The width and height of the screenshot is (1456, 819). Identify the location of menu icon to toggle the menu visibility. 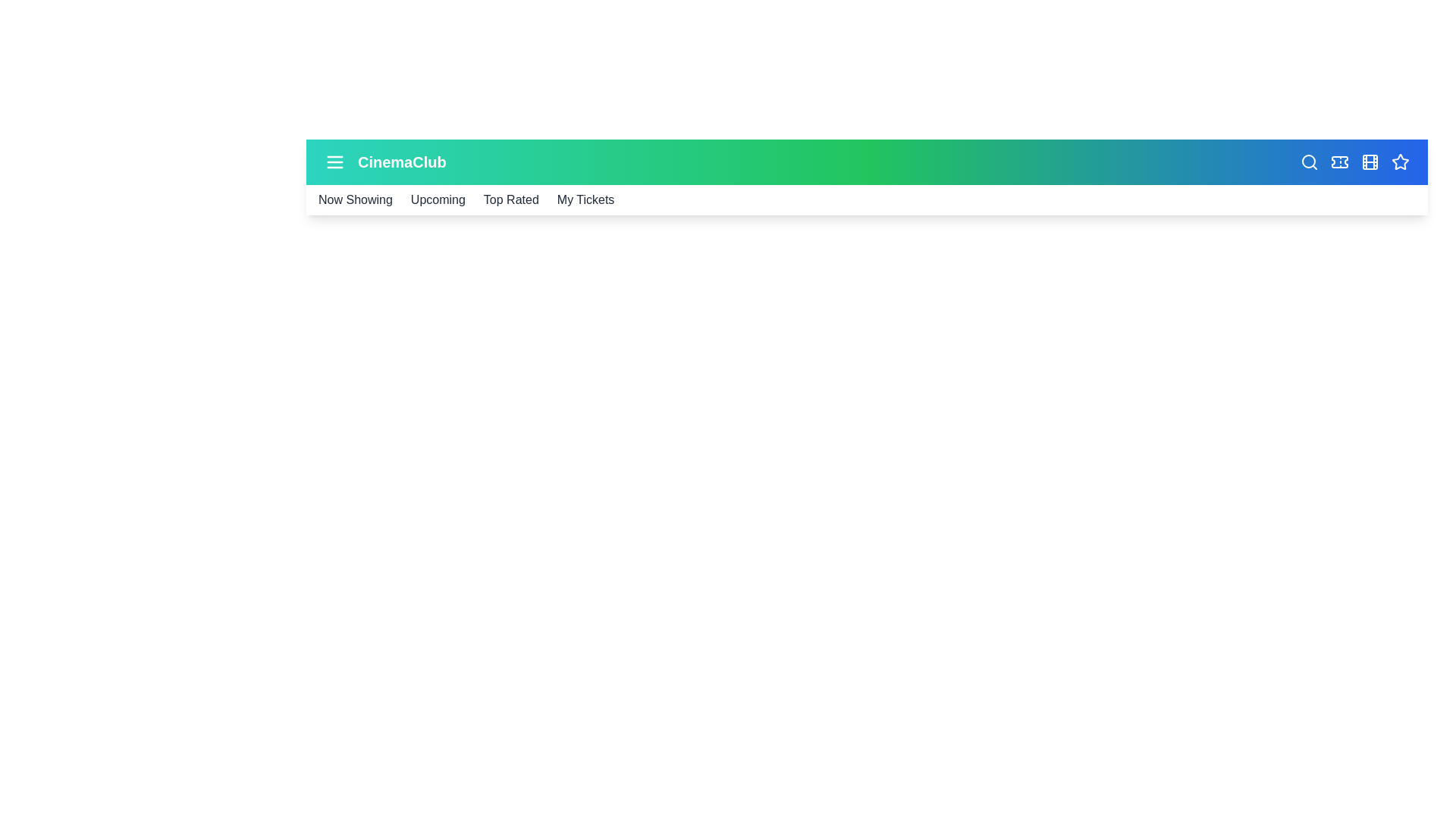
(334, 162).